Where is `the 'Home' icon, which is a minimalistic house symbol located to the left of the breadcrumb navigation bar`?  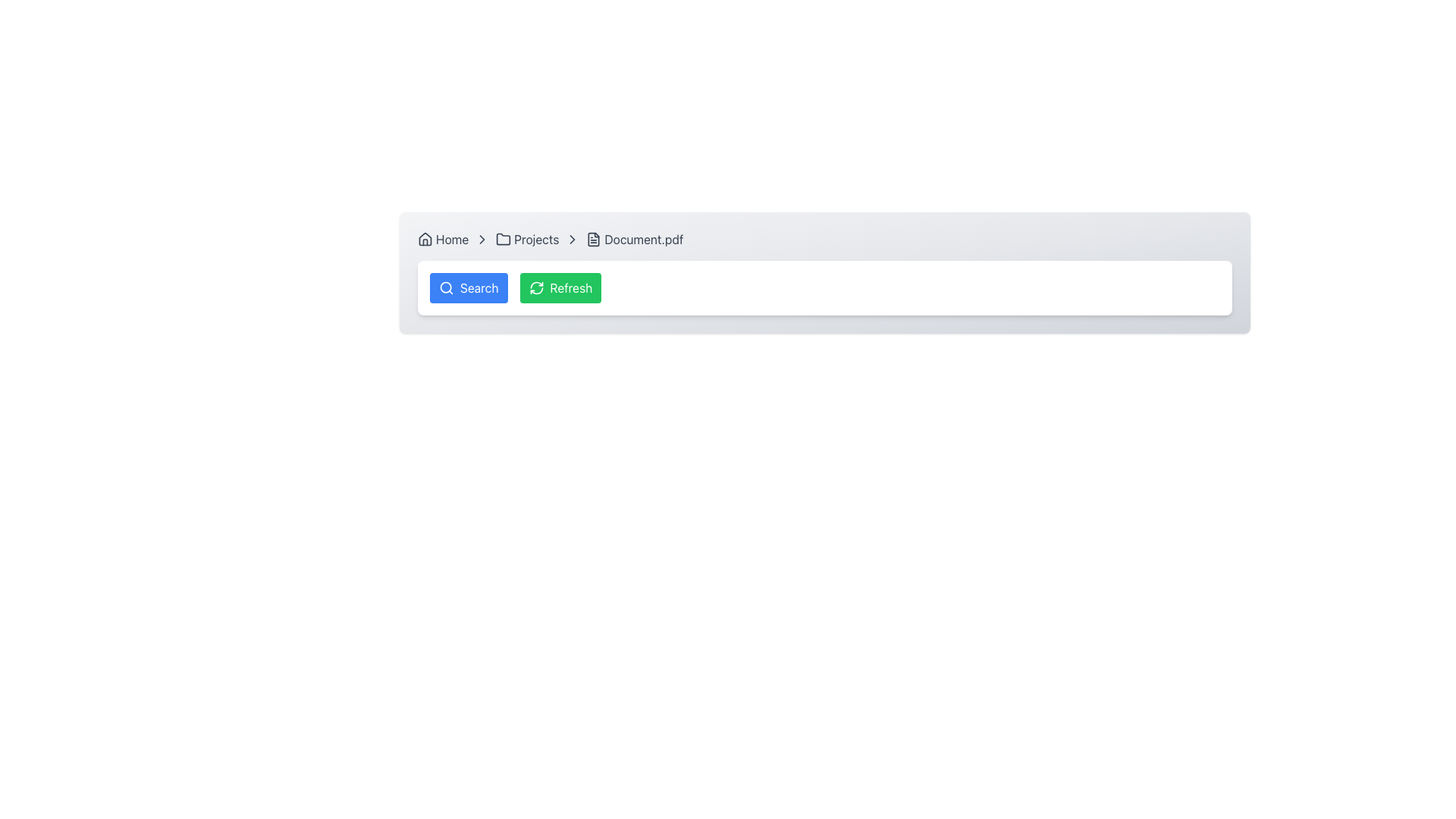
the 'Home' icon, which is a minimalistic house symbol located to the left of the breadcrumb navigation bar is located at coordinates (425, 239).